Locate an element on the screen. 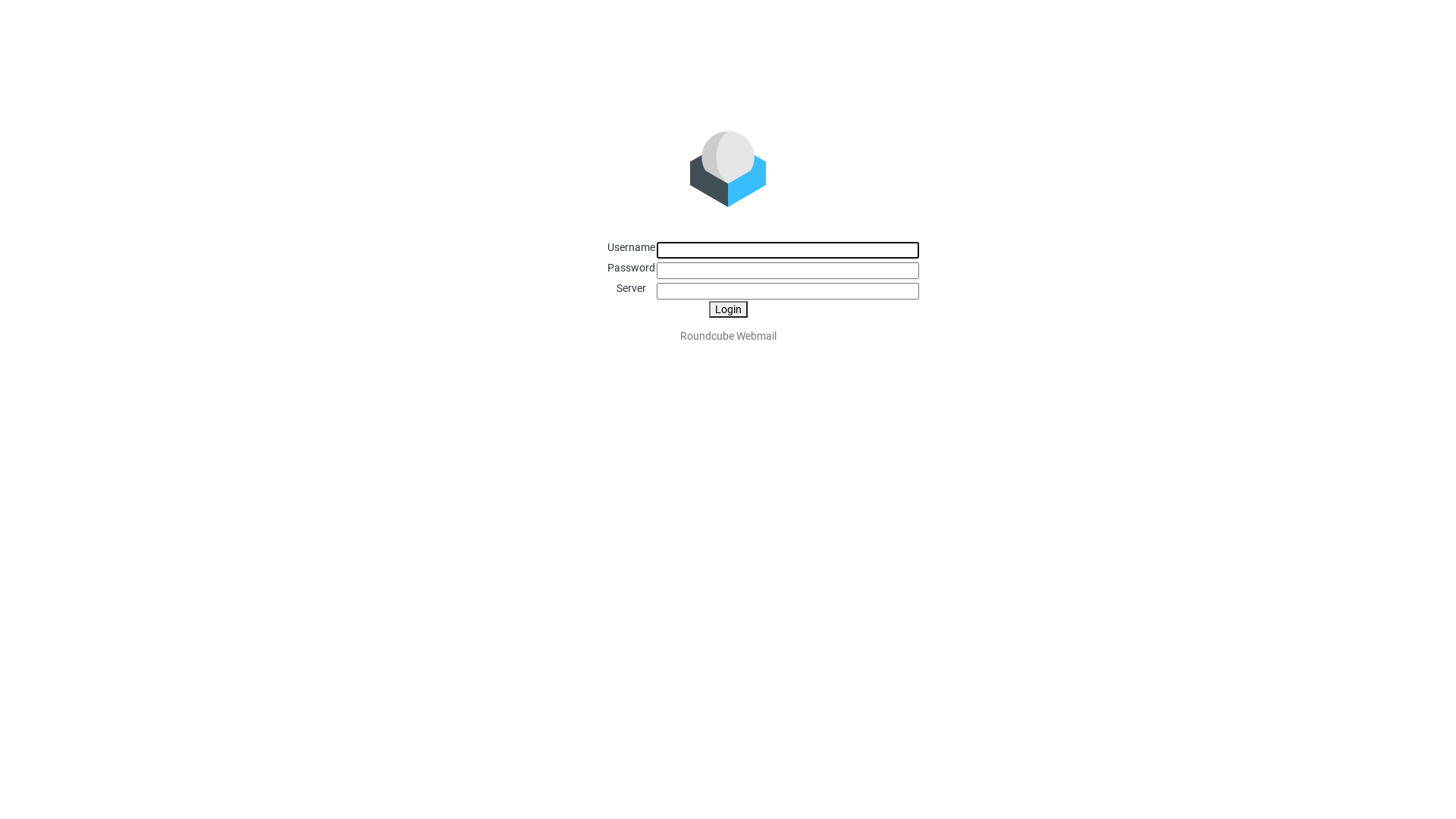 The width and height of the screenshot is (1456, 819). 'Login' is located at coordinates (726, 309).